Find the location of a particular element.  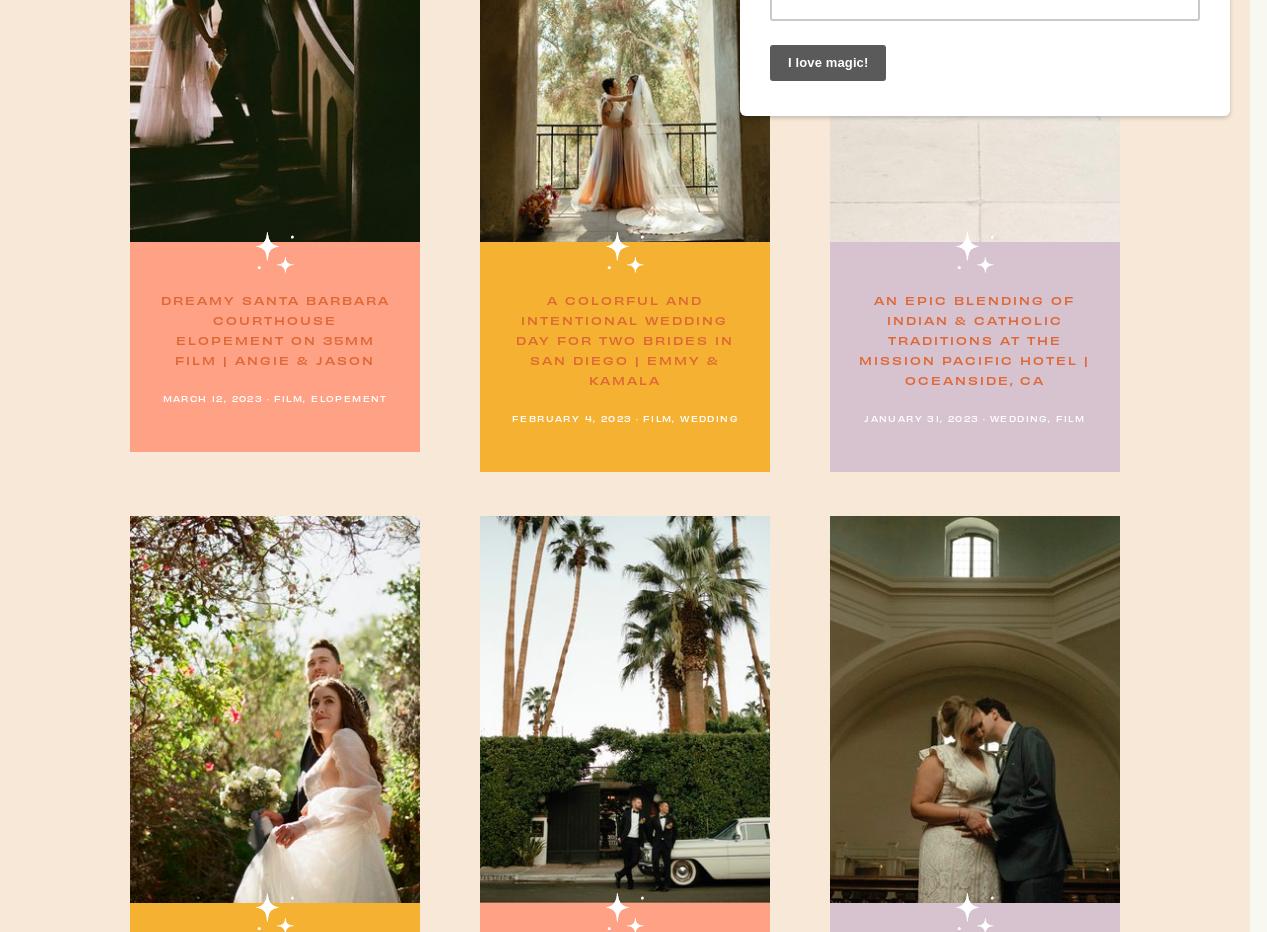

'A Colorful and Intentional Wedding Day for two Brides in San Diego | Emmy & Kamala' is located at coordinates (622, 338).